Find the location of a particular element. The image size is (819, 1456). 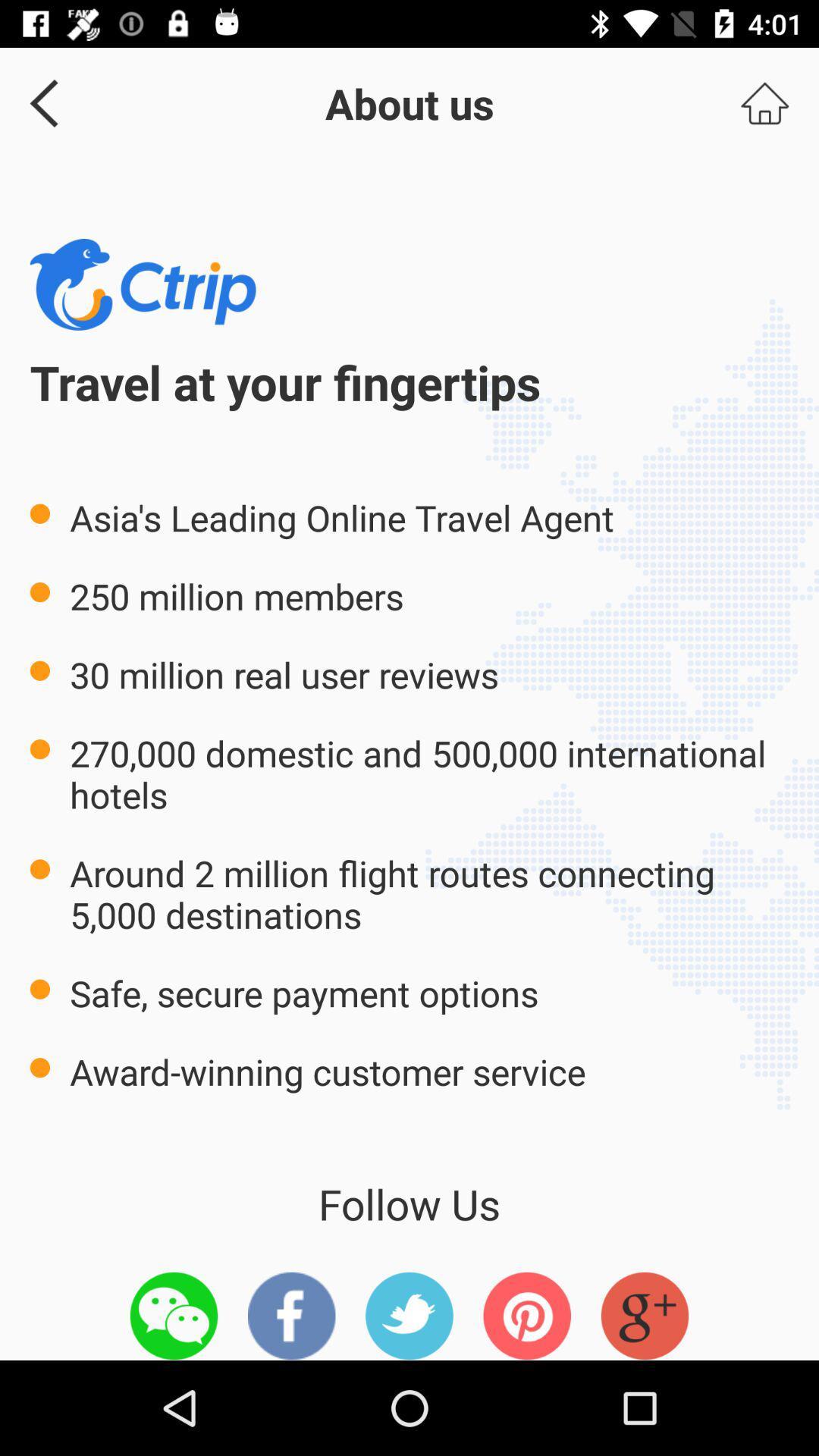

the icon at the bottom right corner is located at coordinates (645, 1315).